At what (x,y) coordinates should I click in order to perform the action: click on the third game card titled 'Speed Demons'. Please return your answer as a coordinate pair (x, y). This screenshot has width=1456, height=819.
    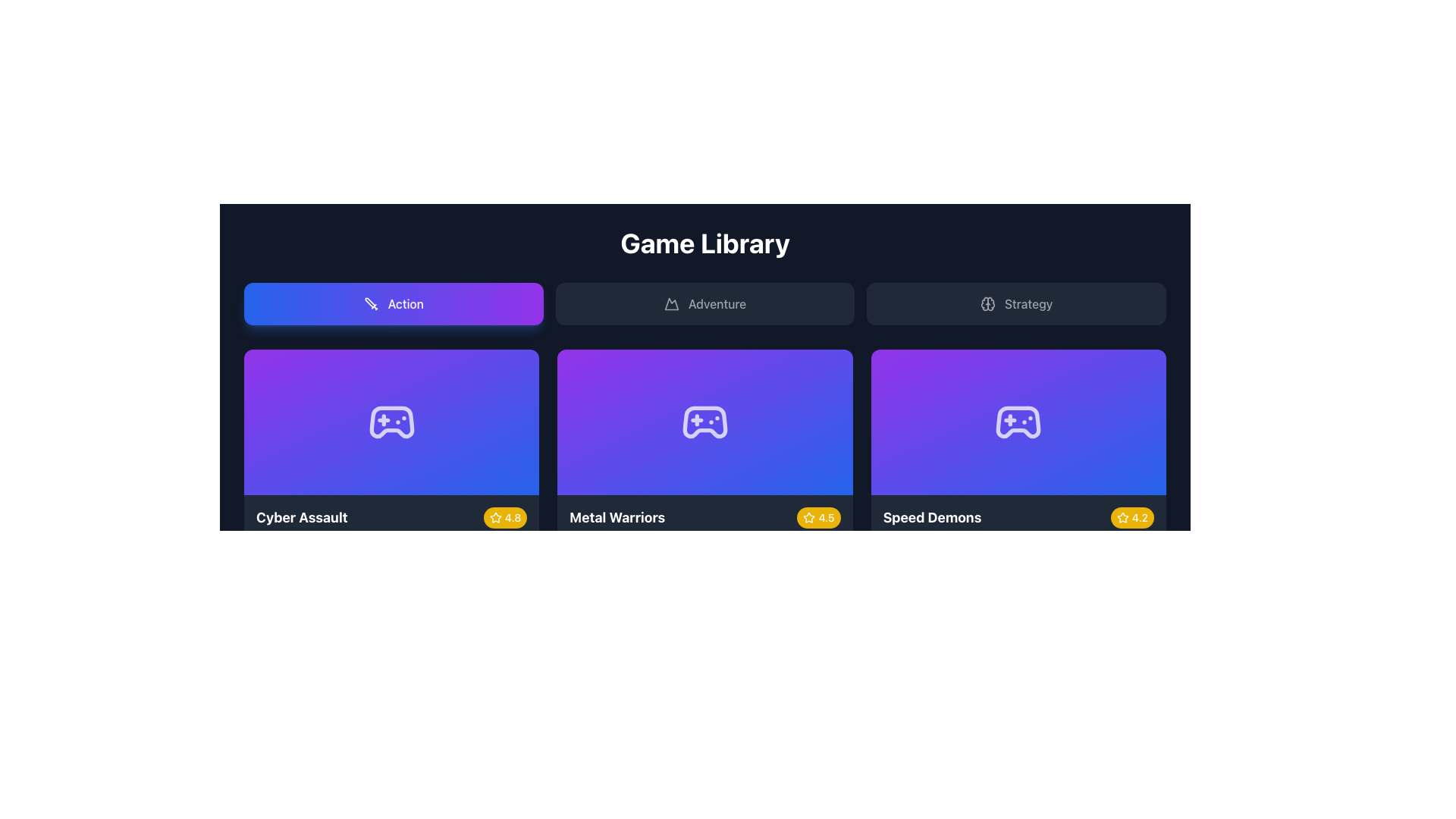
    Looking at the image, I should click on (1018, 475).